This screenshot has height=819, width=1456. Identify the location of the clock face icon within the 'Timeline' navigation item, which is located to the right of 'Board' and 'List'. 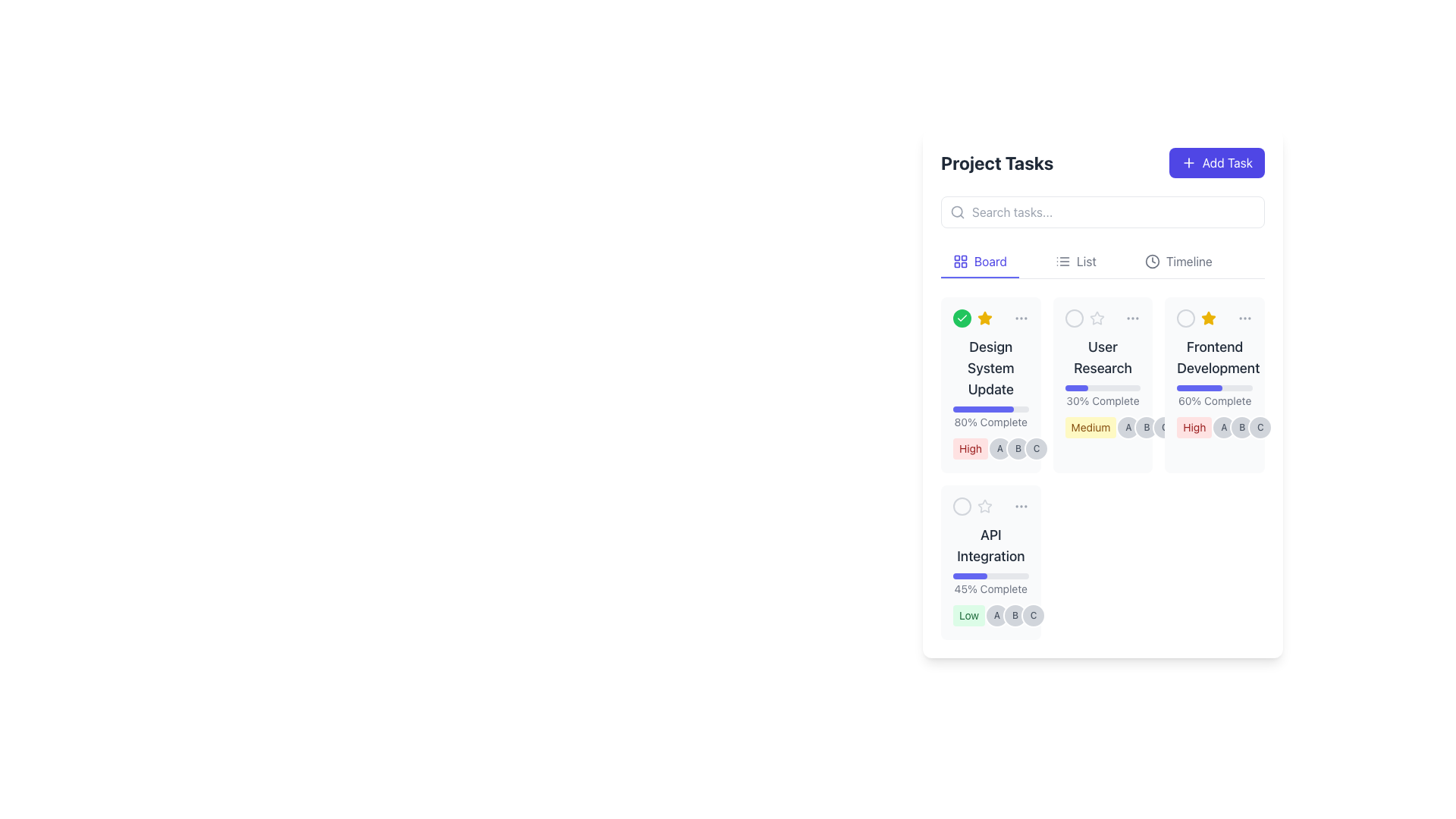
(1152, 260).